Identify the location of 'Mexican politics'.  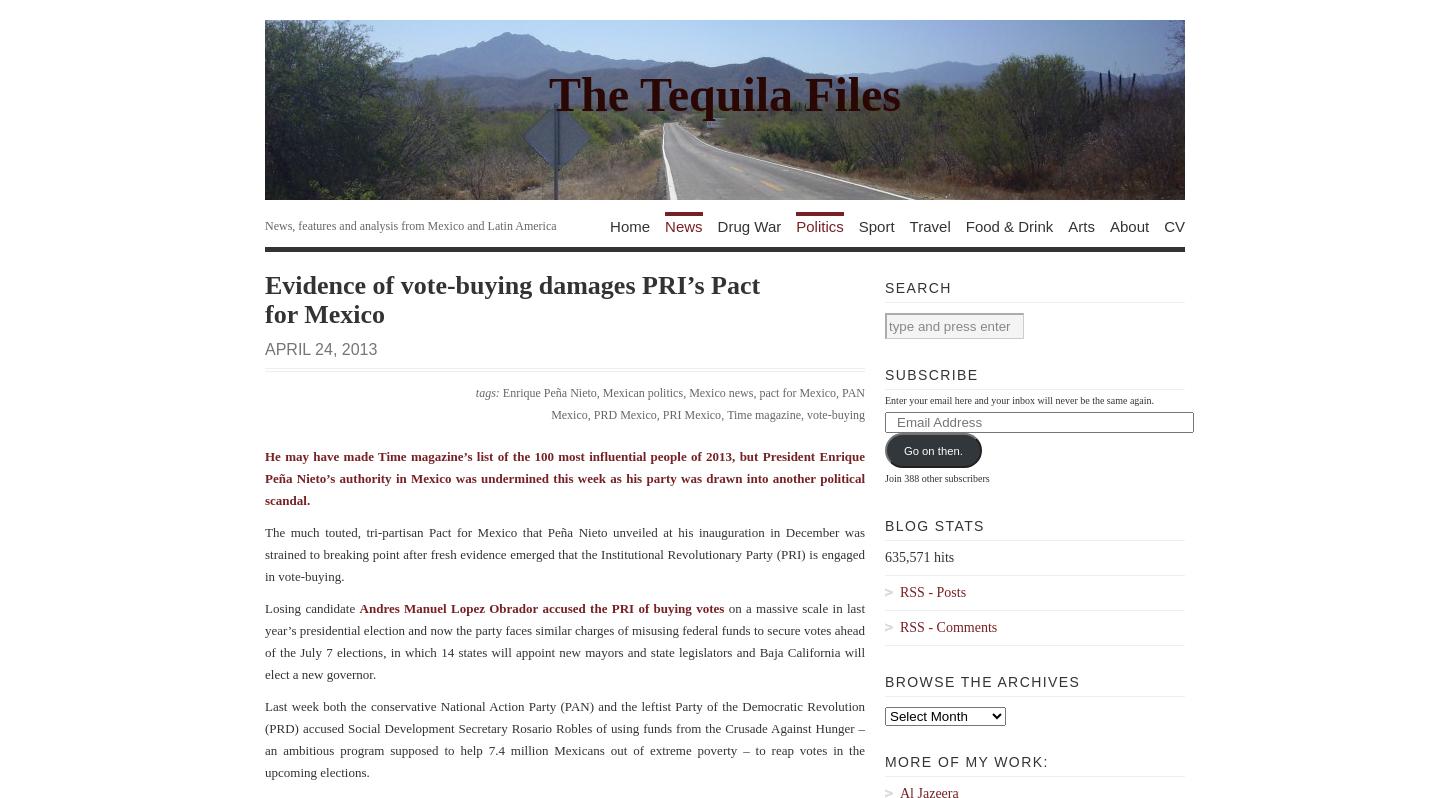
(641, 393).